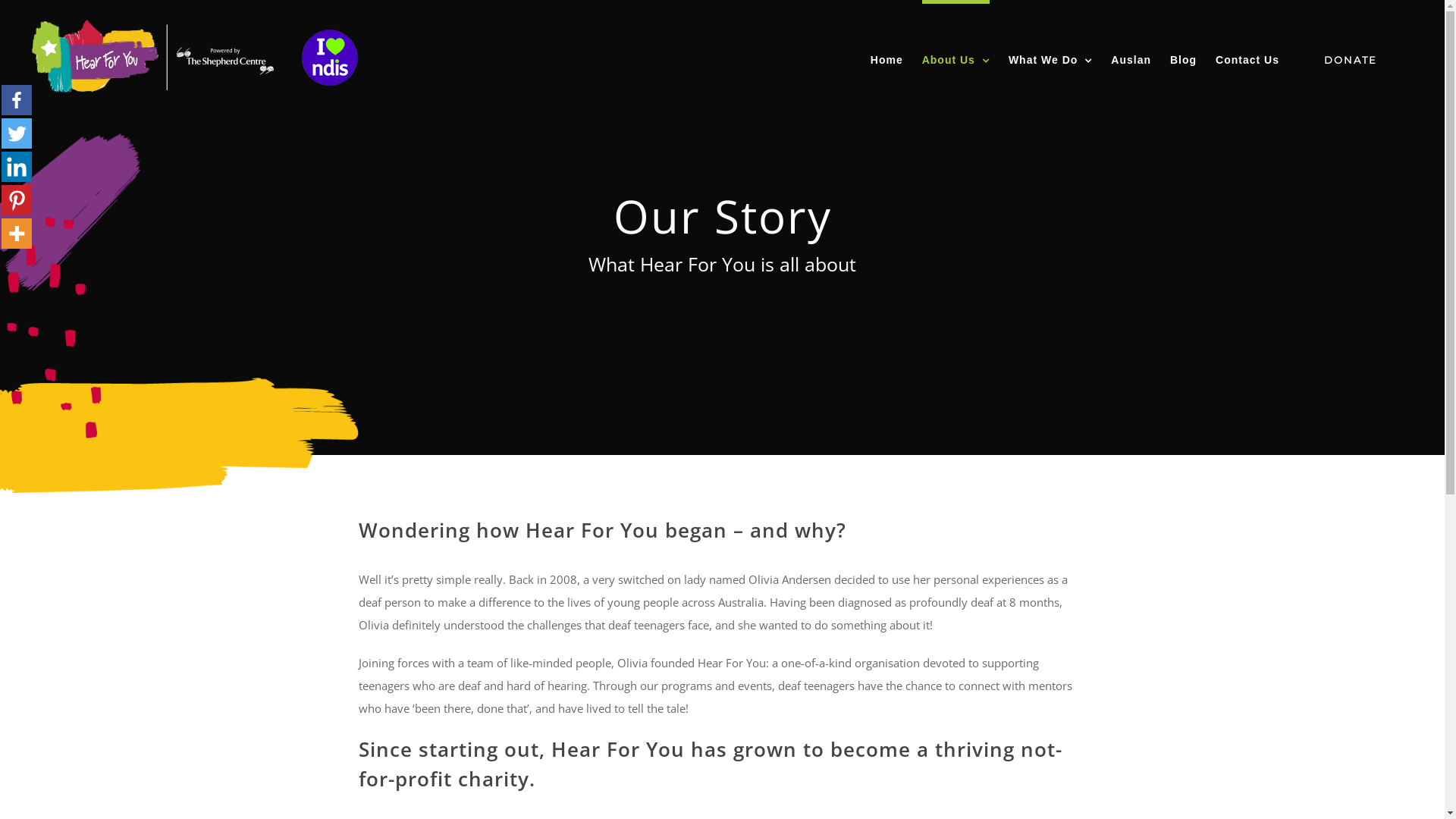 The height and width of the screenshot is (819, 1456). Describe the element at coordinates (886, 57) in the screenshot. I see `'Home'` at that location.